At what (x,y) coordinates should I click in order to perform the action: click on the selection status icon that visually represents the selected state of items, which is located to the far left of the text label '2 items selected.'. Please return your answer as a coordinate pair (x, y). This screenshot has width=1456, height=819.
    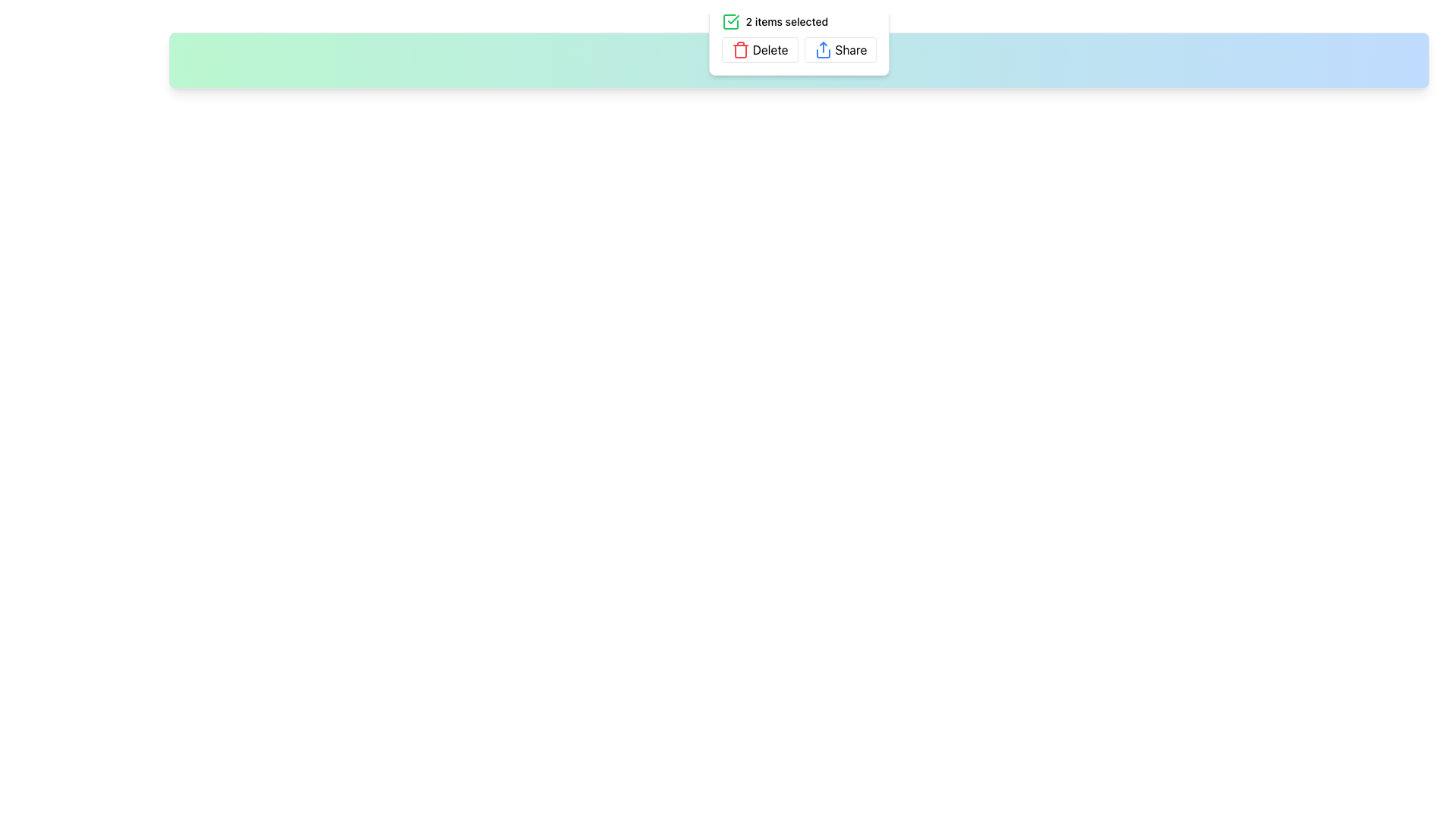
    Looking at the image, I should click on (730, 22).